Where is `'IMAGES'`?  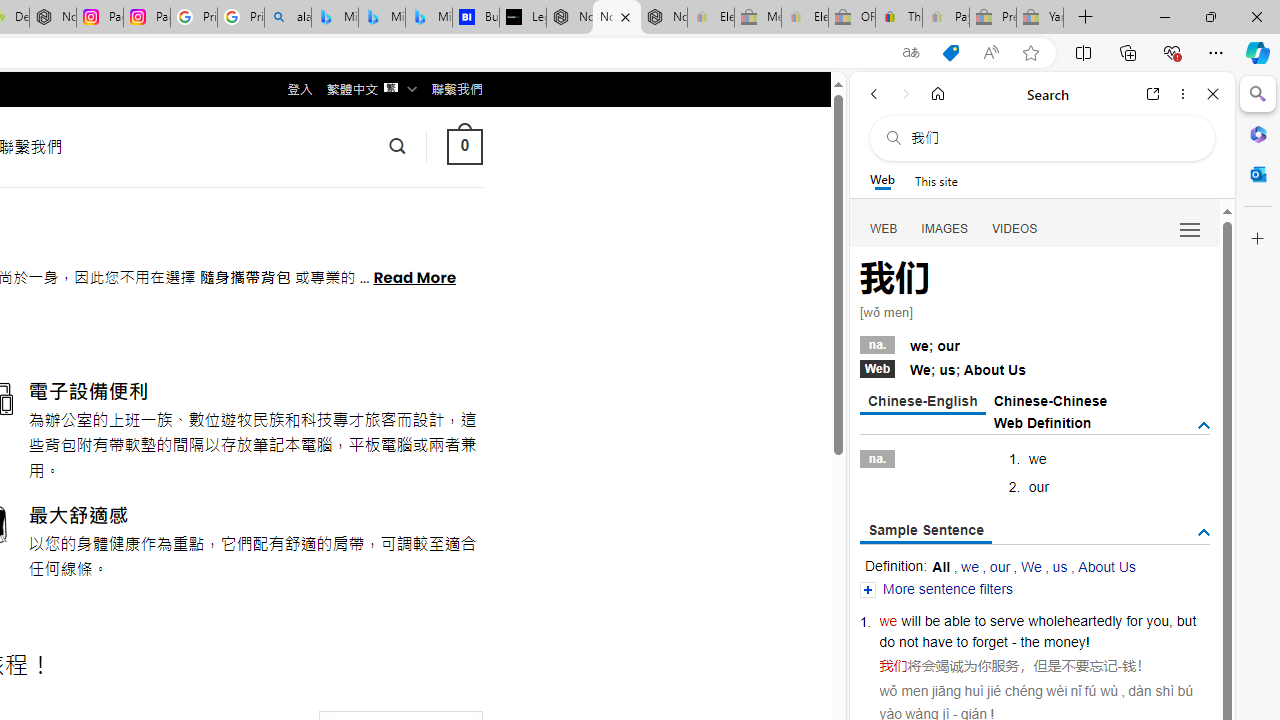
'IMAGES' is located at coordinates (944, 227).